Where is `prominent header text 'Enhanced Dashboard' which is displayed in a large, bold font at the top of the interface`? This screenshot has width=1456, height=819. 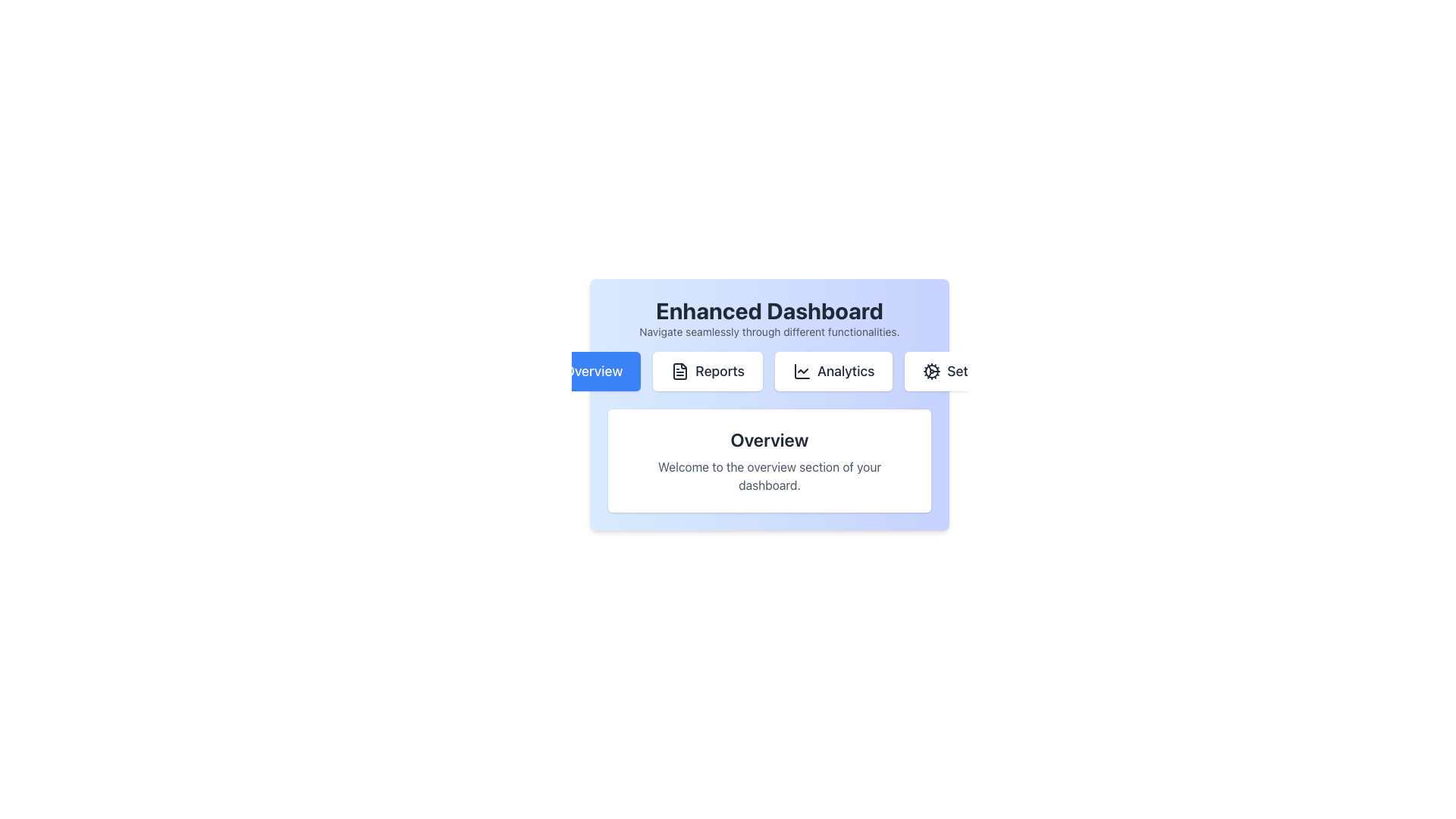
prominent header text 'Enhanced Dashboard' which is displayed in a large, bold font at the top of the interface is located at coordinates (769, 309).